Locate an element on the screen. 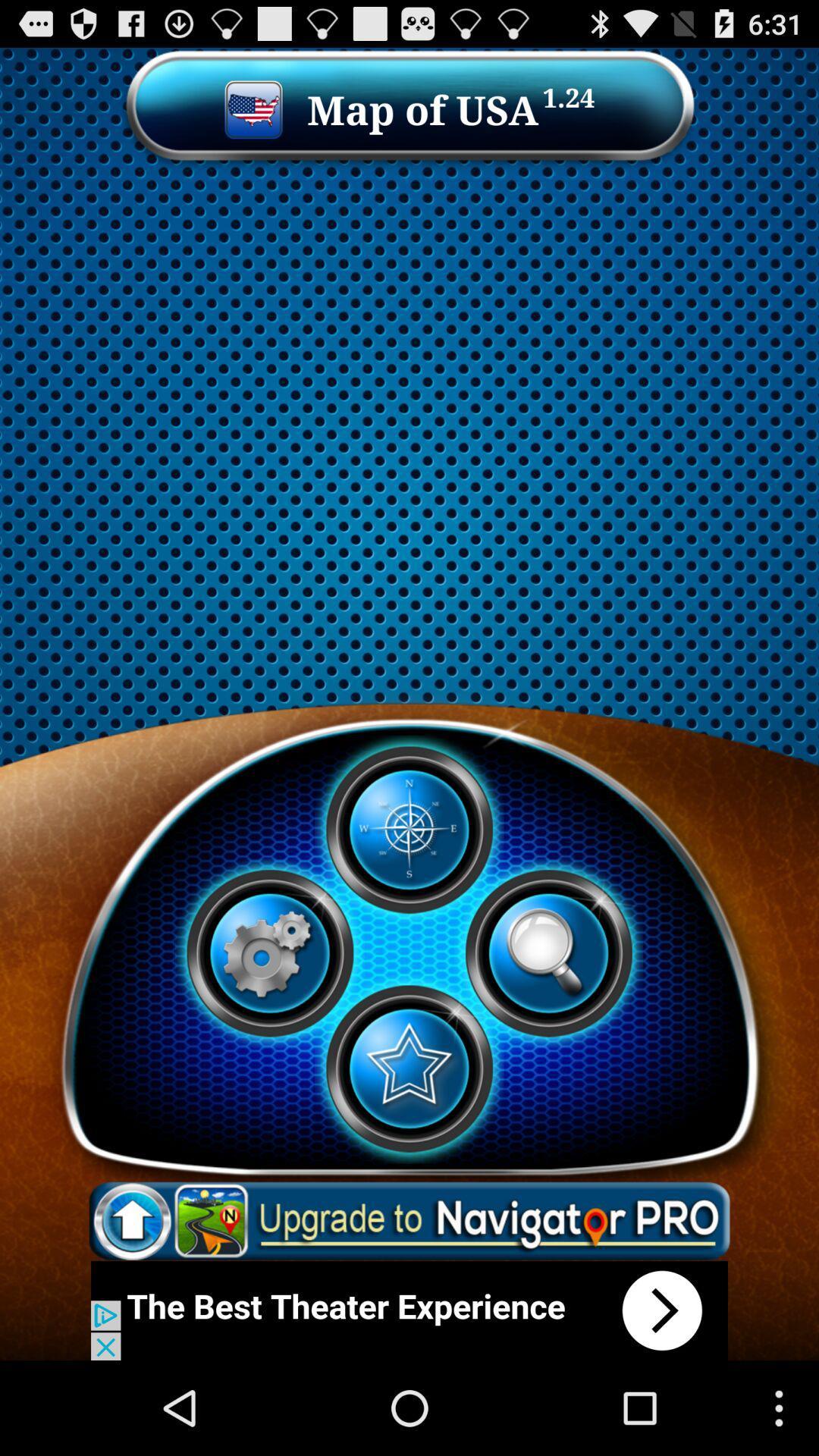 This screenshot has height=1456, width=819. use compass is located at coordinates (408, 829).